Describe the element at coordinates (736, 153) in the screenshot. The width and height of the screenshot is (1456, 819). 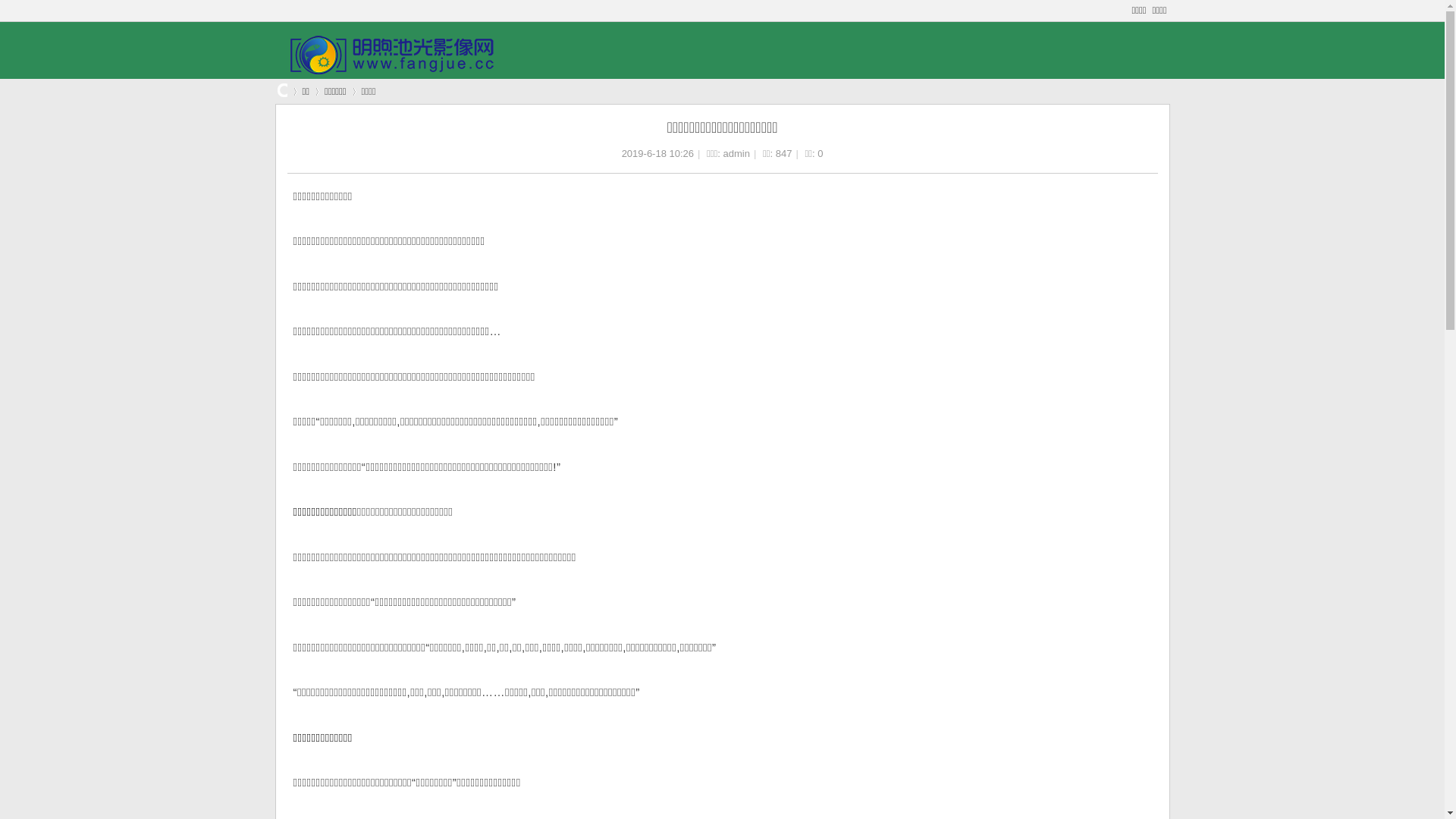
I see `'admin'` at that location.